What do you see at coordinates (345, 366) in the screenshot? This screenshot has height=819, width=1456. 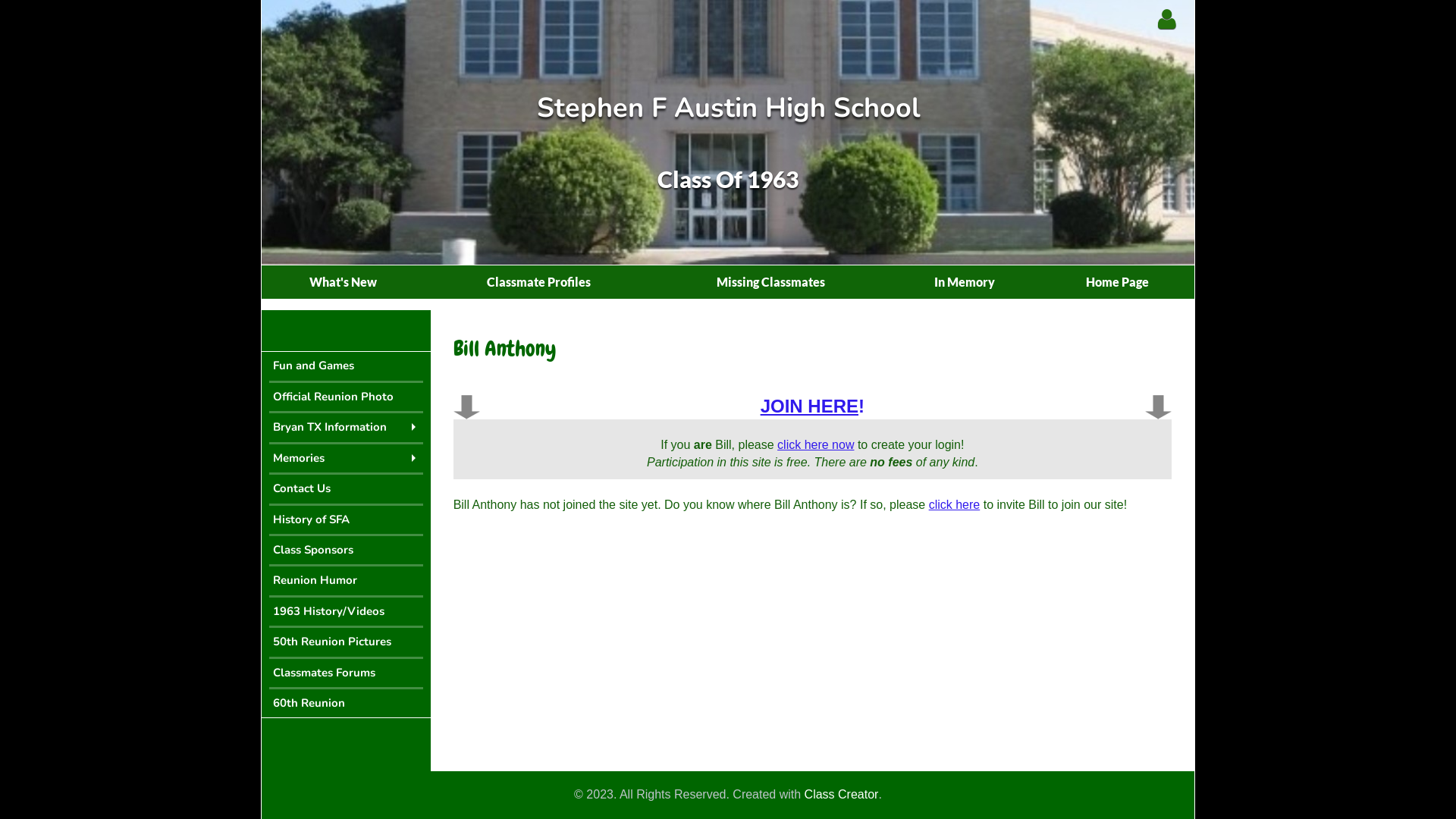 I see `'Fun and Games'` at bounding box center [345, 366].